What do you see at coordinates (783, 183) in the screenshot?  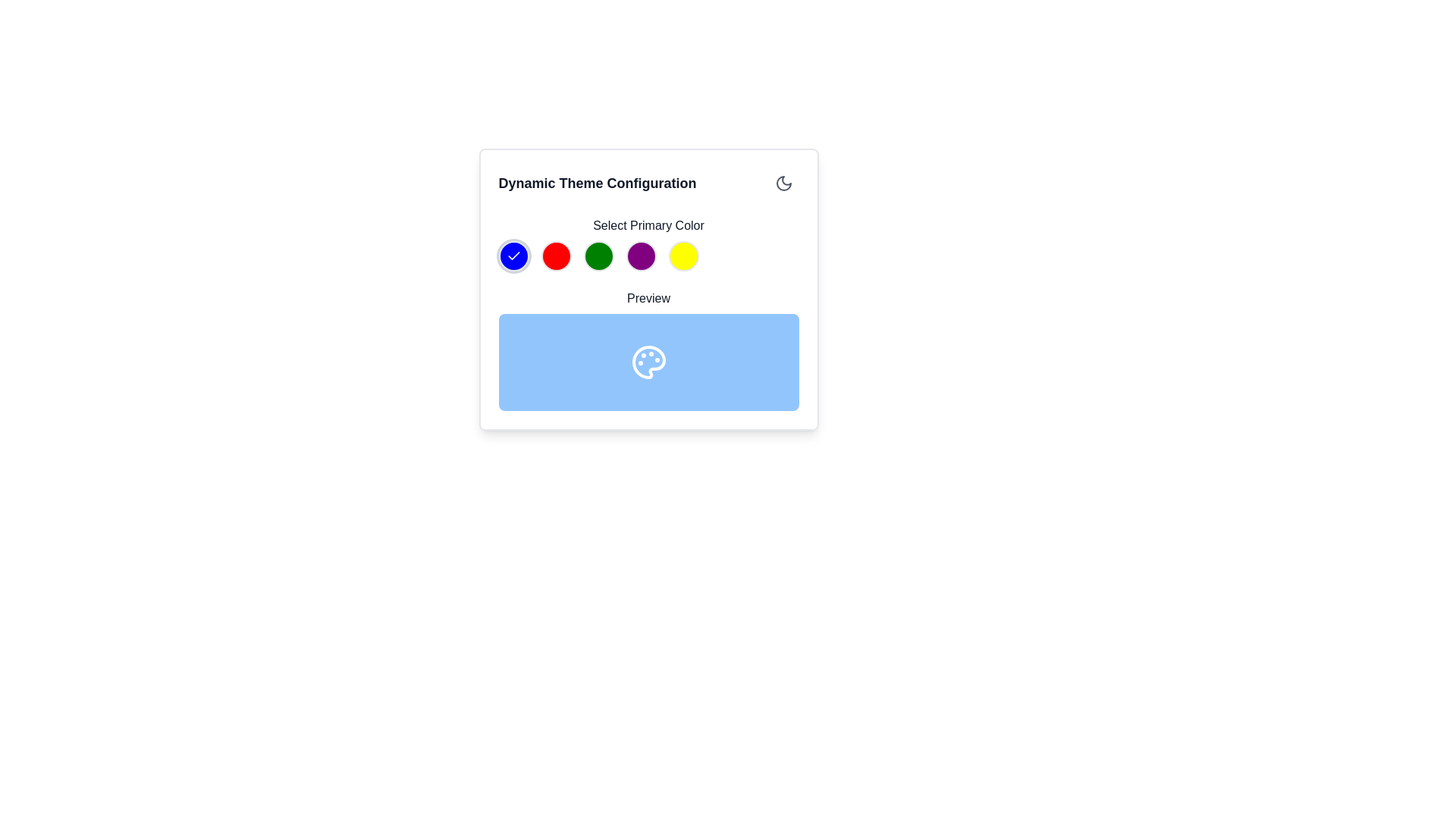 I see `the icon button in the top-right corner of the 'Dynamic Theme Configuration' card` at bounding box center [783, 183].